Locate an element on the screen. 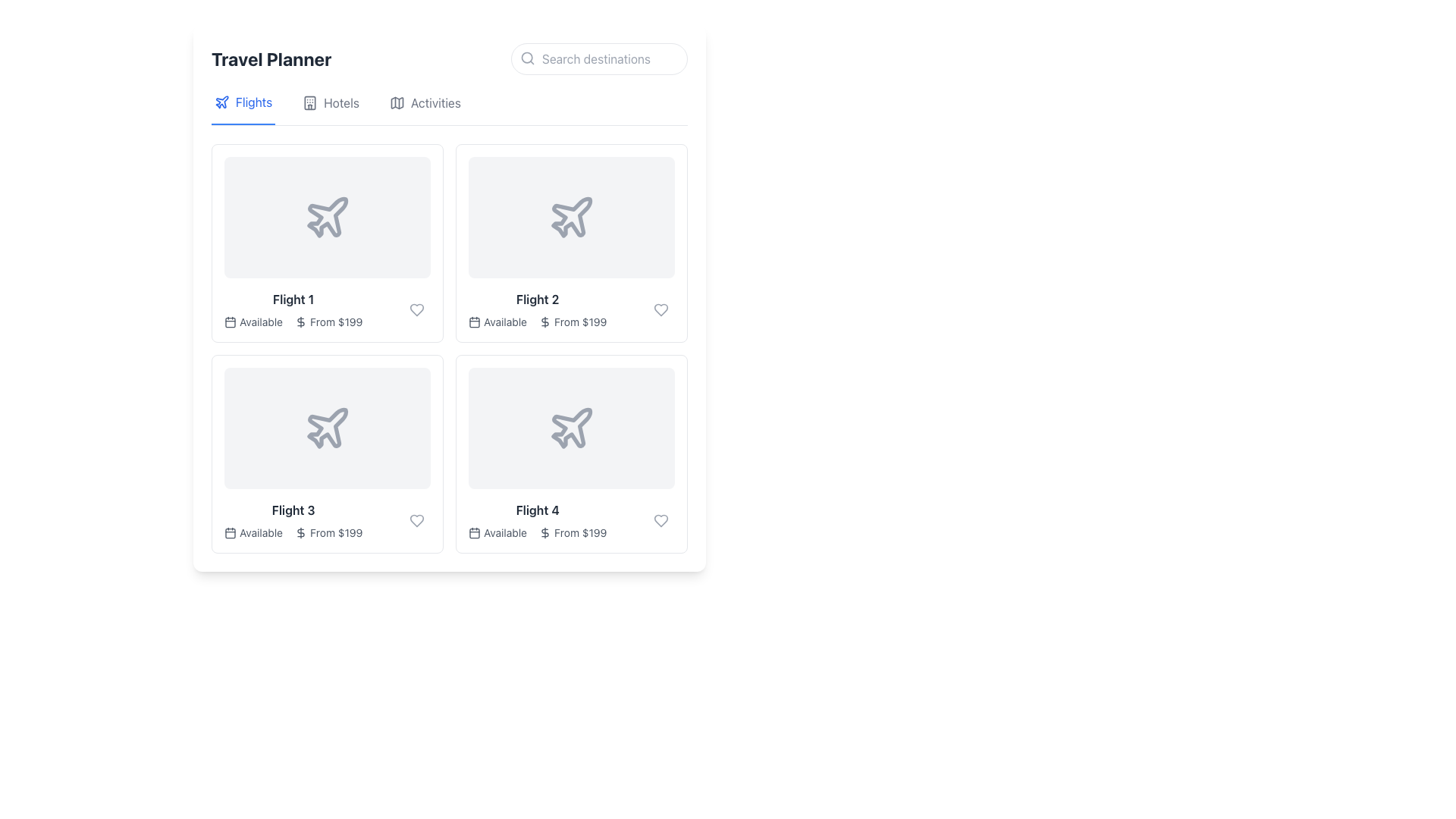 The width and height of the screenshot is (1456, 819). static text element displaying the price 'From $199' located below the 'Available' text for 'Flight 4' in the bottom-right corner of the grid is located at coordinates (579, 532).